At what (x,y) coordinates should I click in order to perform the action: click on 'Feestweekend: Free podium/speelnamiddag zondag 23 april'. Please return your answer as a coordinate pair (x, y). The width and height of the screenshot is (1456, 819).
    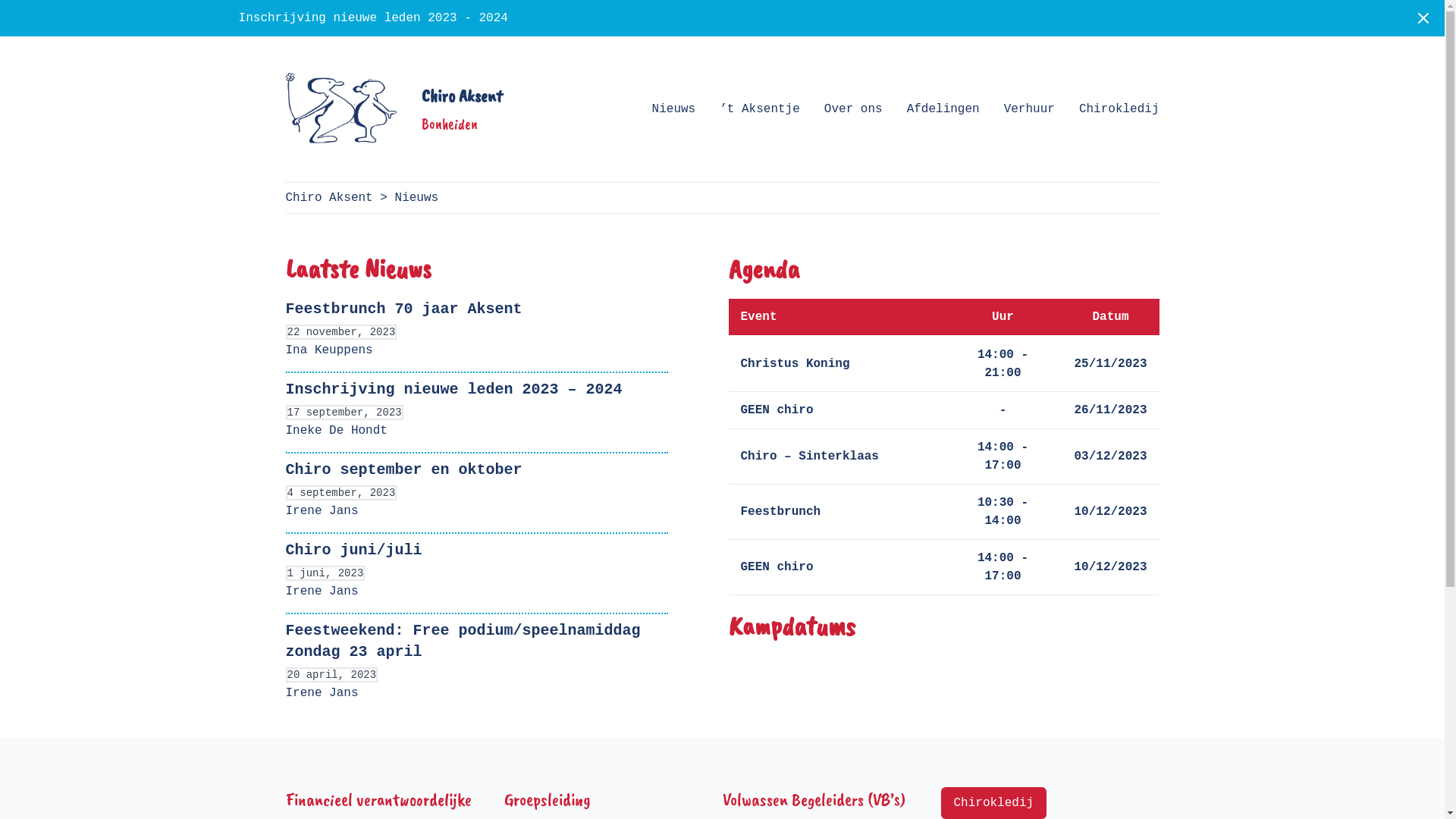
    Looking at the image, I should click on (461, 641).